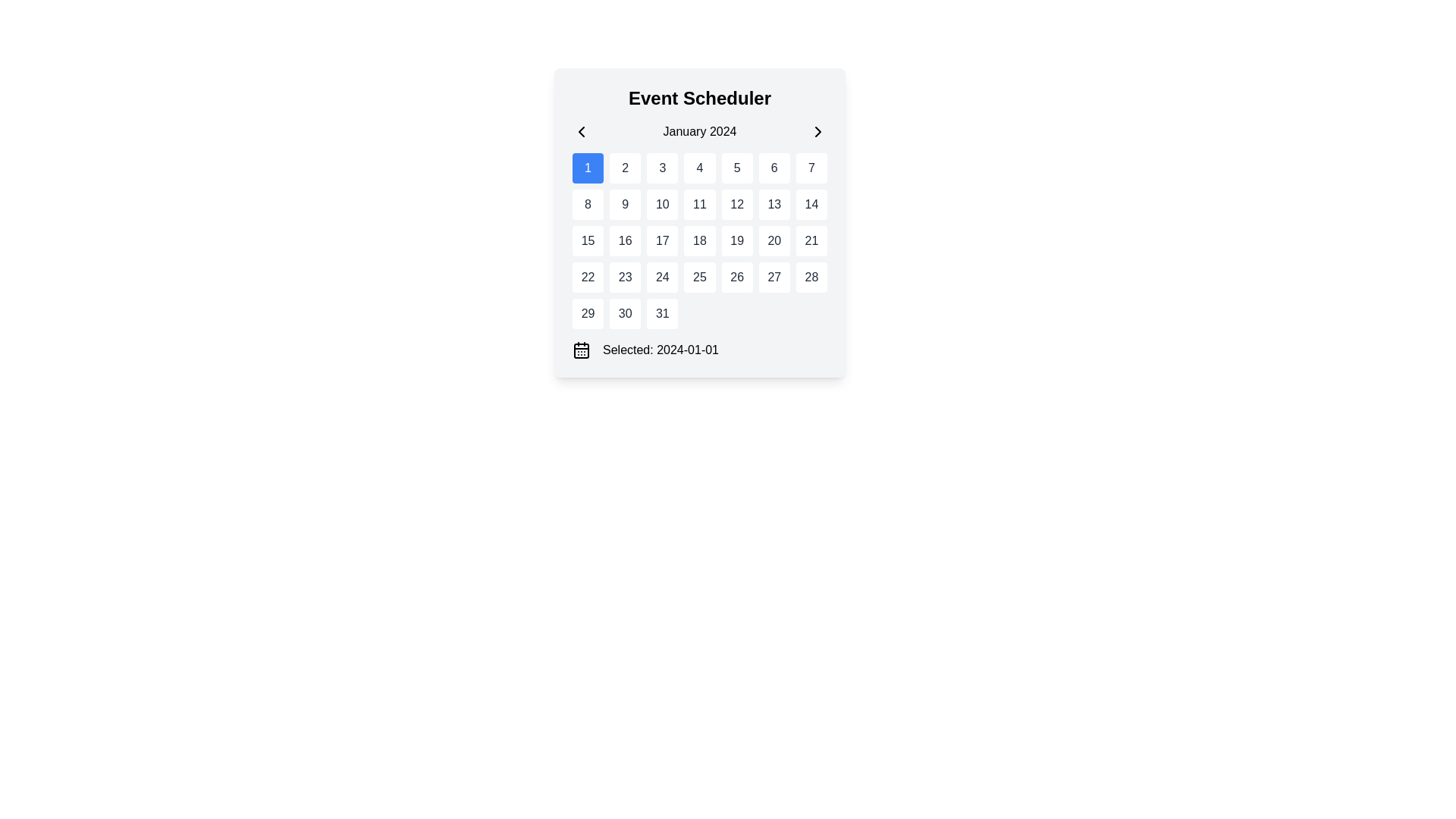 This screenshot has height=819, width=1456. What do you see at coordinates (737, 205) in the screenshot?
I see `the calendar day button representing the number '12', styled with a white background and gray centered text, located in the second row and sixth column of the January 2024 grid` at bounding box center [737, 205].